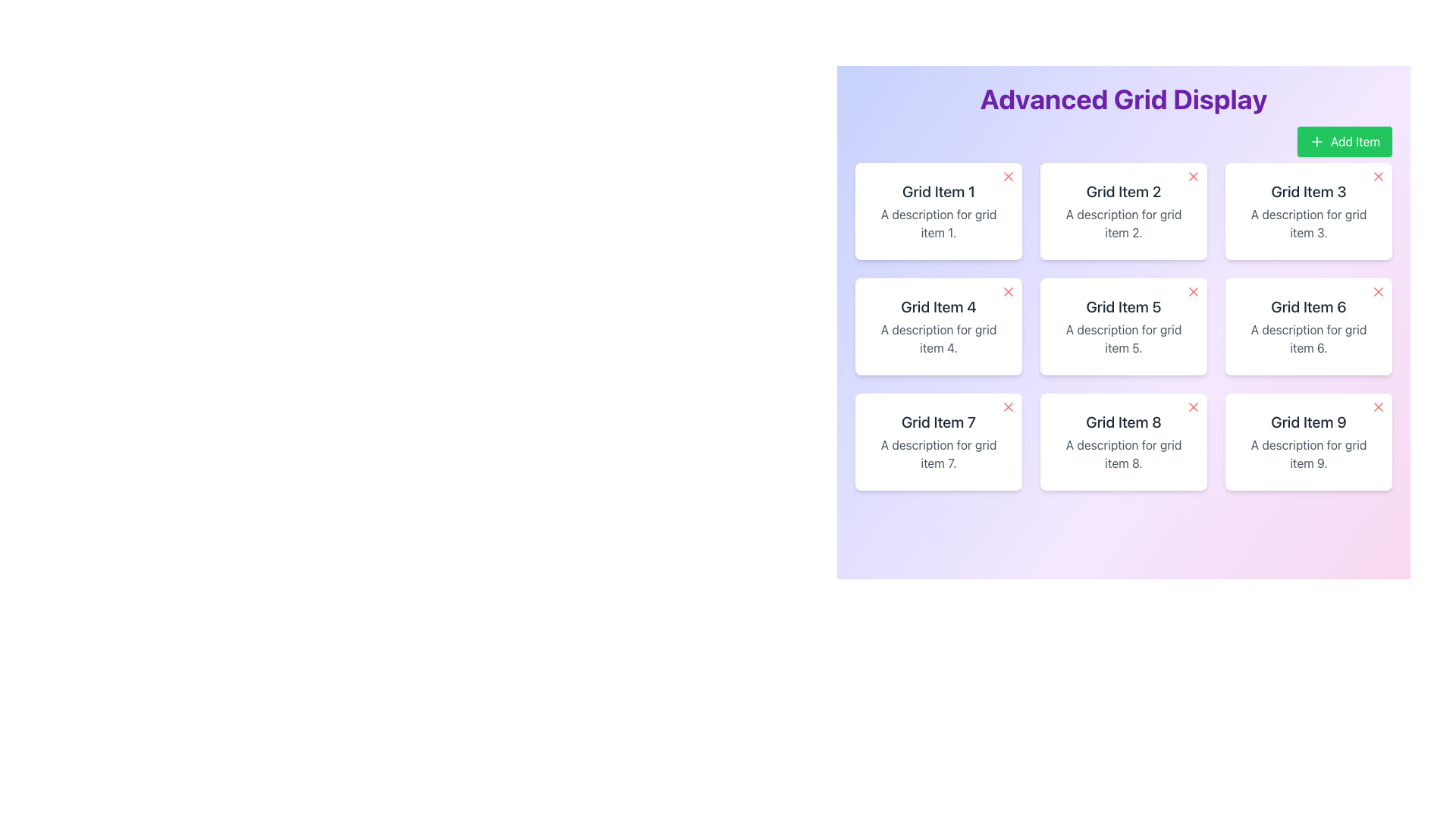  I want to click on the static text element that serves as a description for 'Grid Item 7', located in the middle position of the grid's bottom row, so click(938, 453).